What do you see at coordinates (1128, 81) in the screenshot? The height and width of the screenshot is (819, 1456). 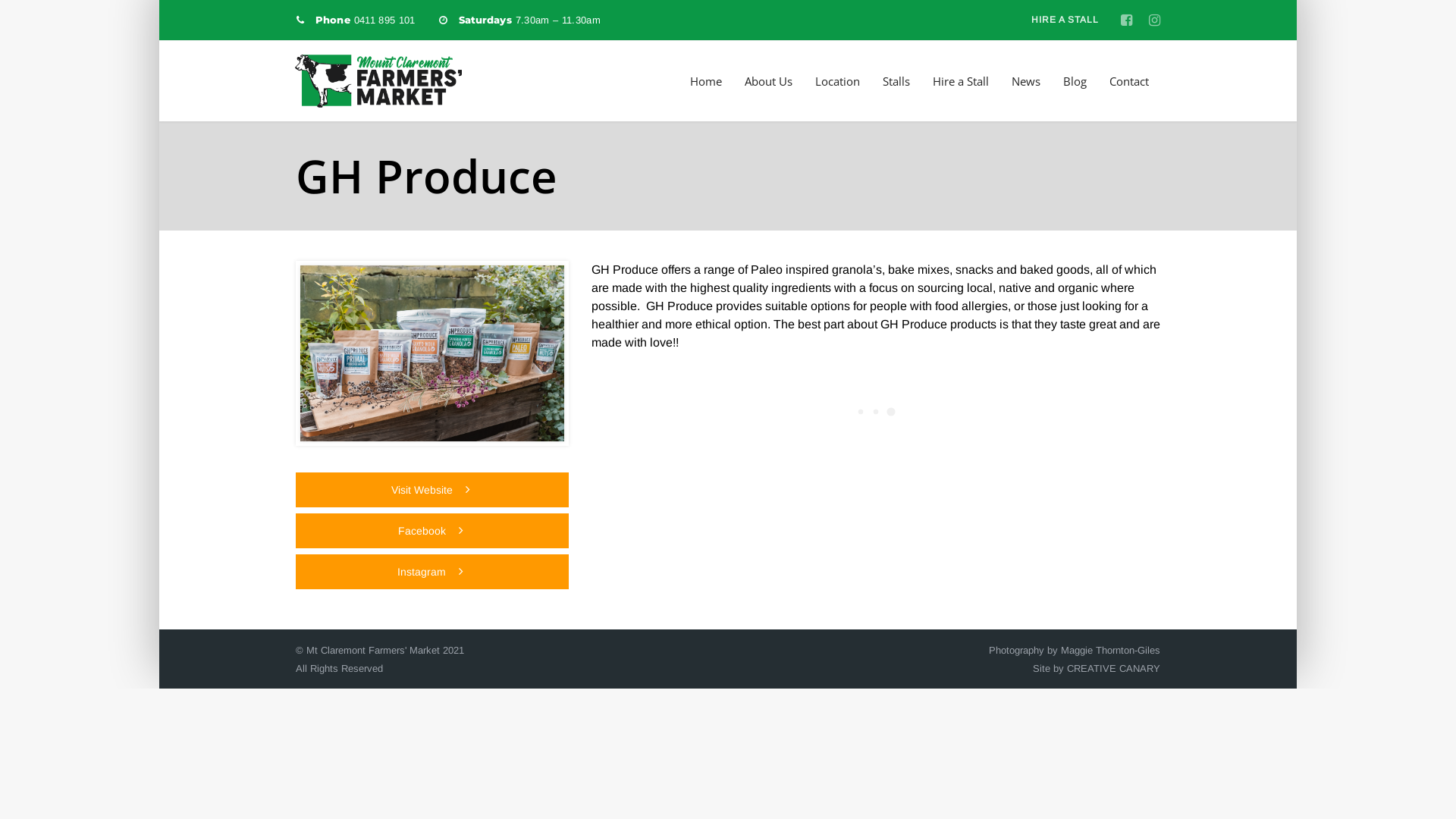 I see `'Contact'` at bounding box center [1128, 81].